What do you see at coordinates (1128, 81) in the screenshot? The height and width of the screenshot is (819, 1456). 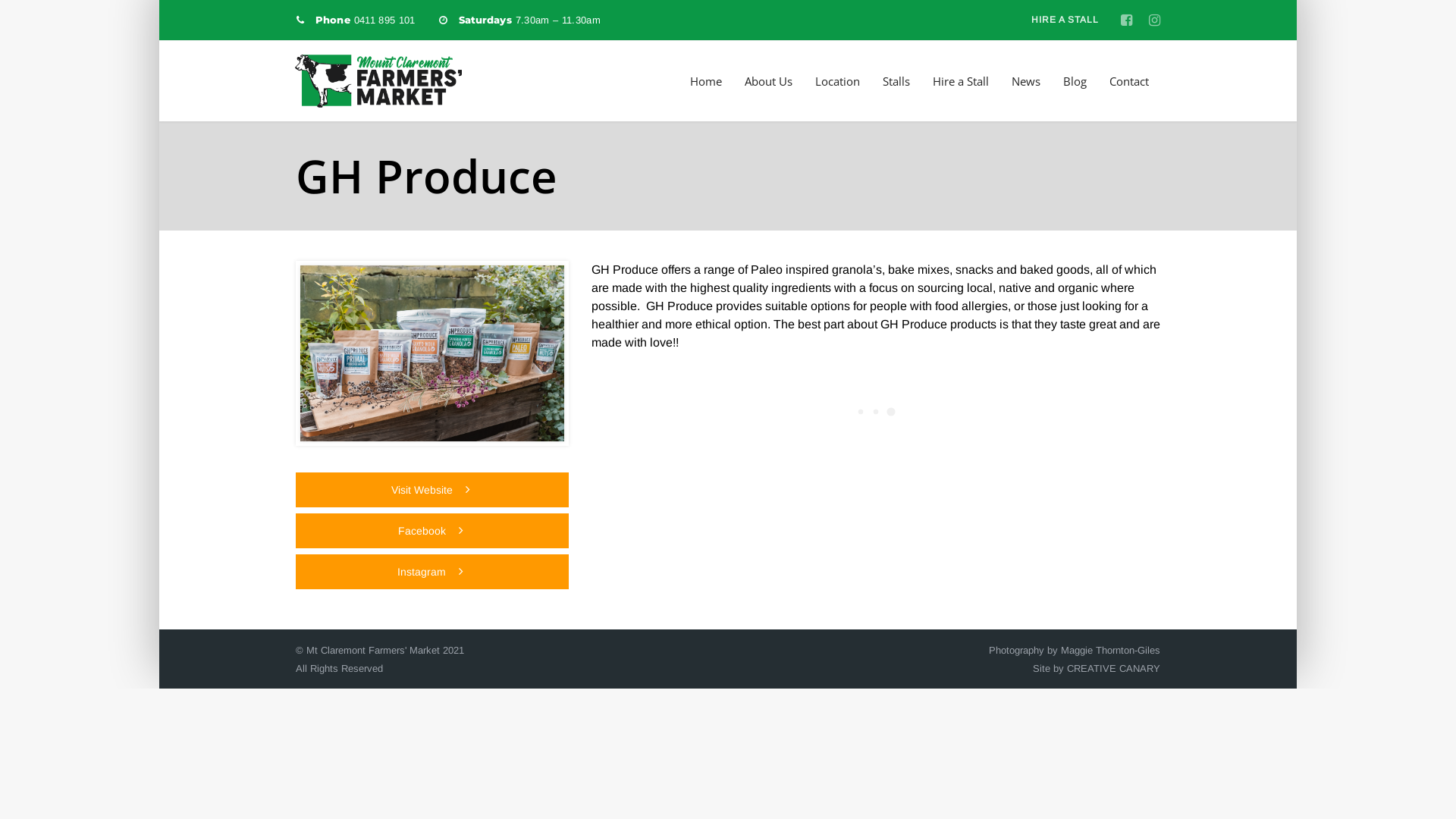 I see `'Contact'` at bounding box center [1128, 81].